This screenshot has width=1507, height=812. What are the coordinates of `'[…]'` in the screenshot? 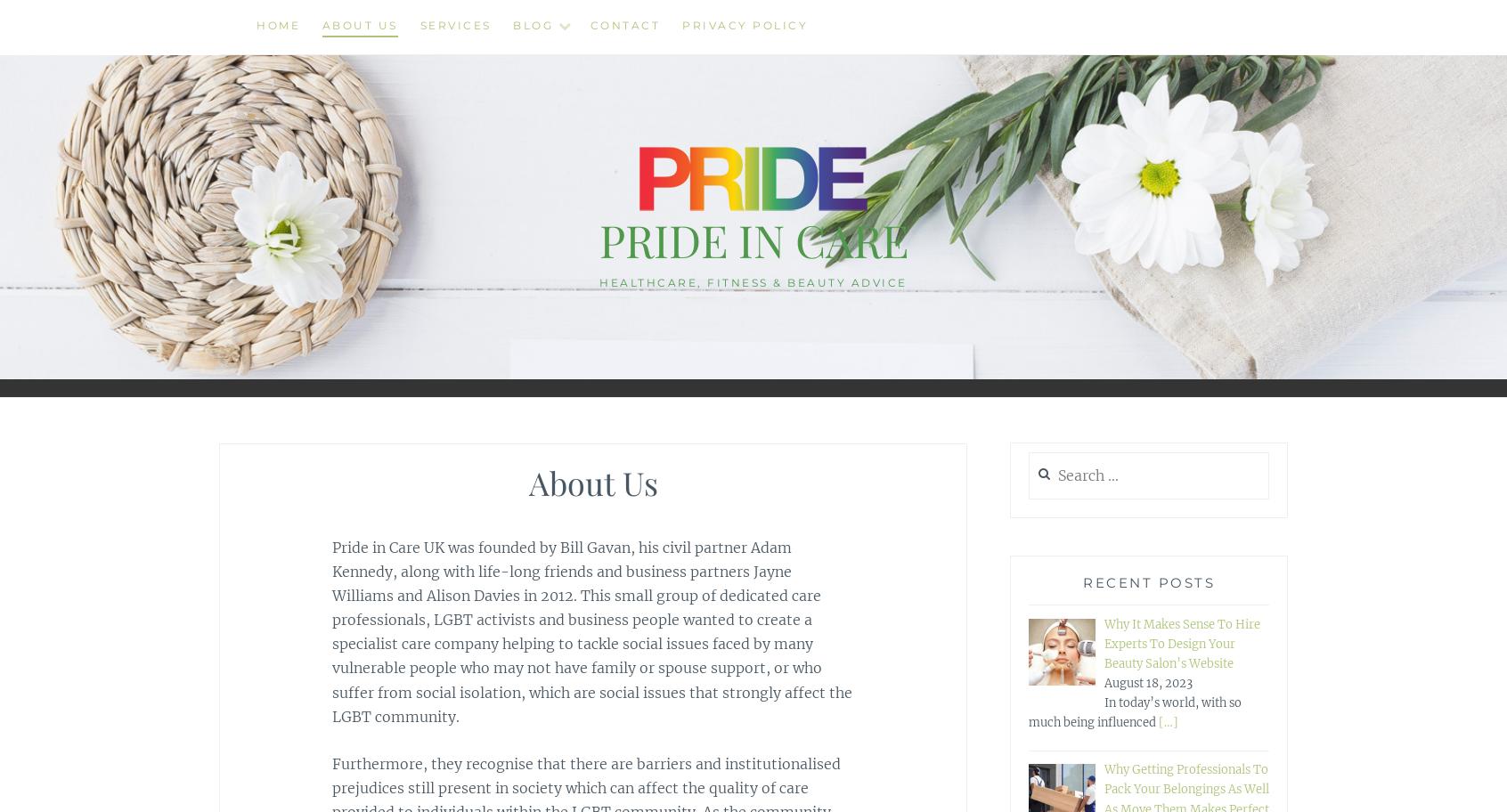 It's located at (1167, 721).